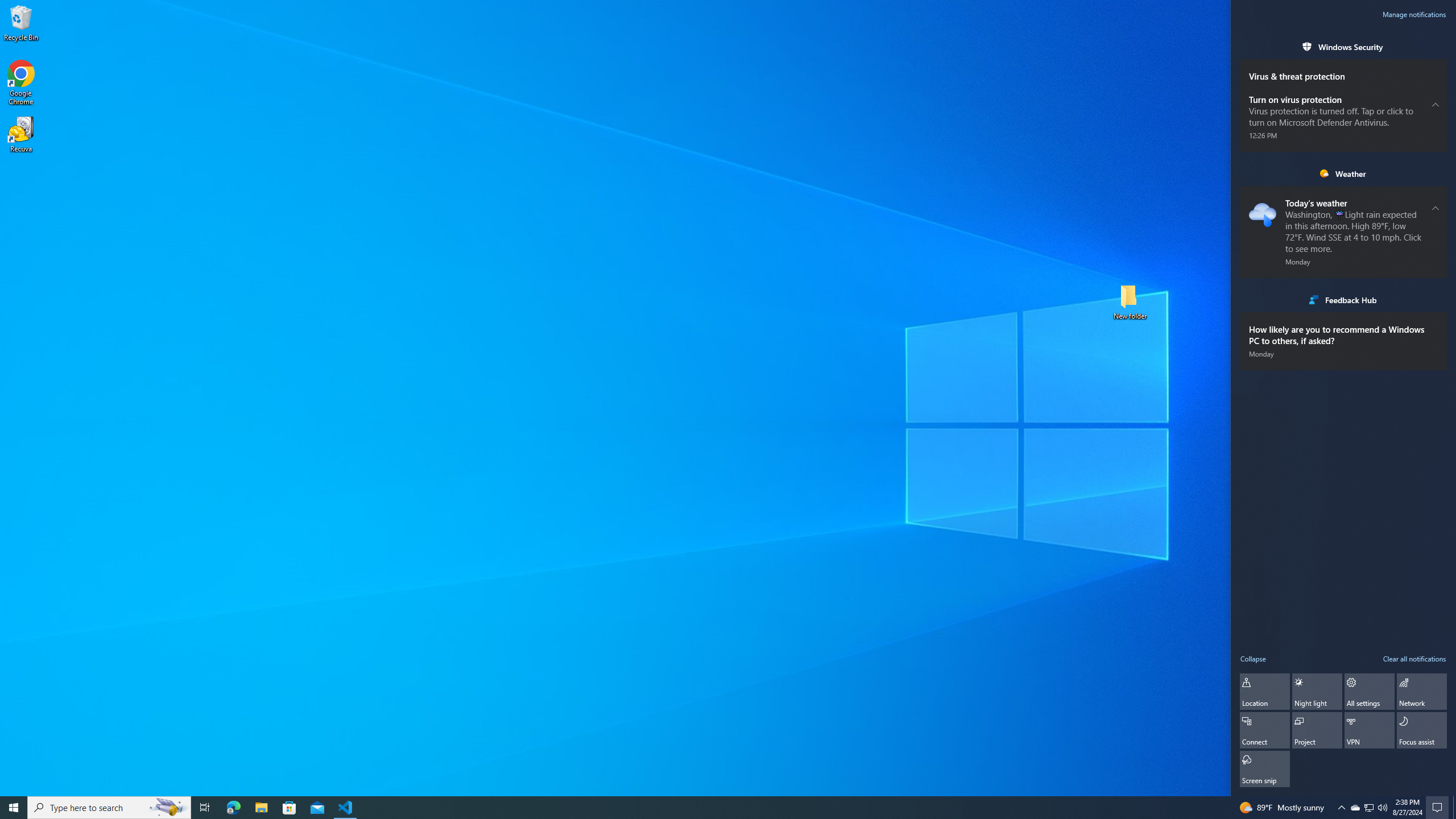 The image size is (1456, 819). Describe the element at coordinates (1264, 691) in the screenshot. I see `'Location'` at that location.